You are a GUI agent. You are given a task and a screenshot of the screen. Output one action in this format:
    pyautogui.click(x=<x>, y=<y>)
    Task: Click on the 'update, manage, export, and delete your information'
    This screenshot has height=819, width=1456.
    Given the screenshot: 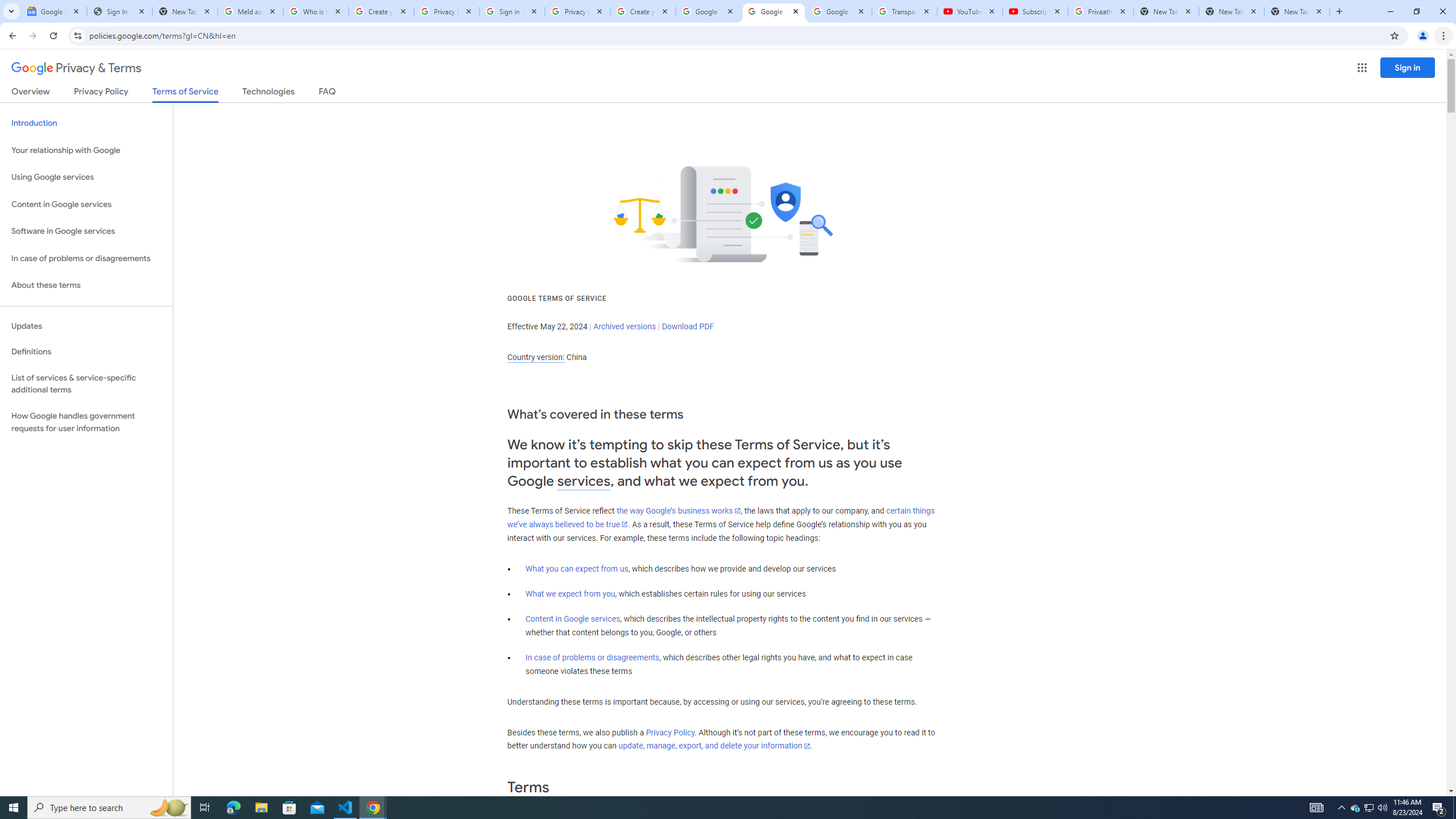 What is the action you would take?
    pyautogui.click(x=714, y=745)
    